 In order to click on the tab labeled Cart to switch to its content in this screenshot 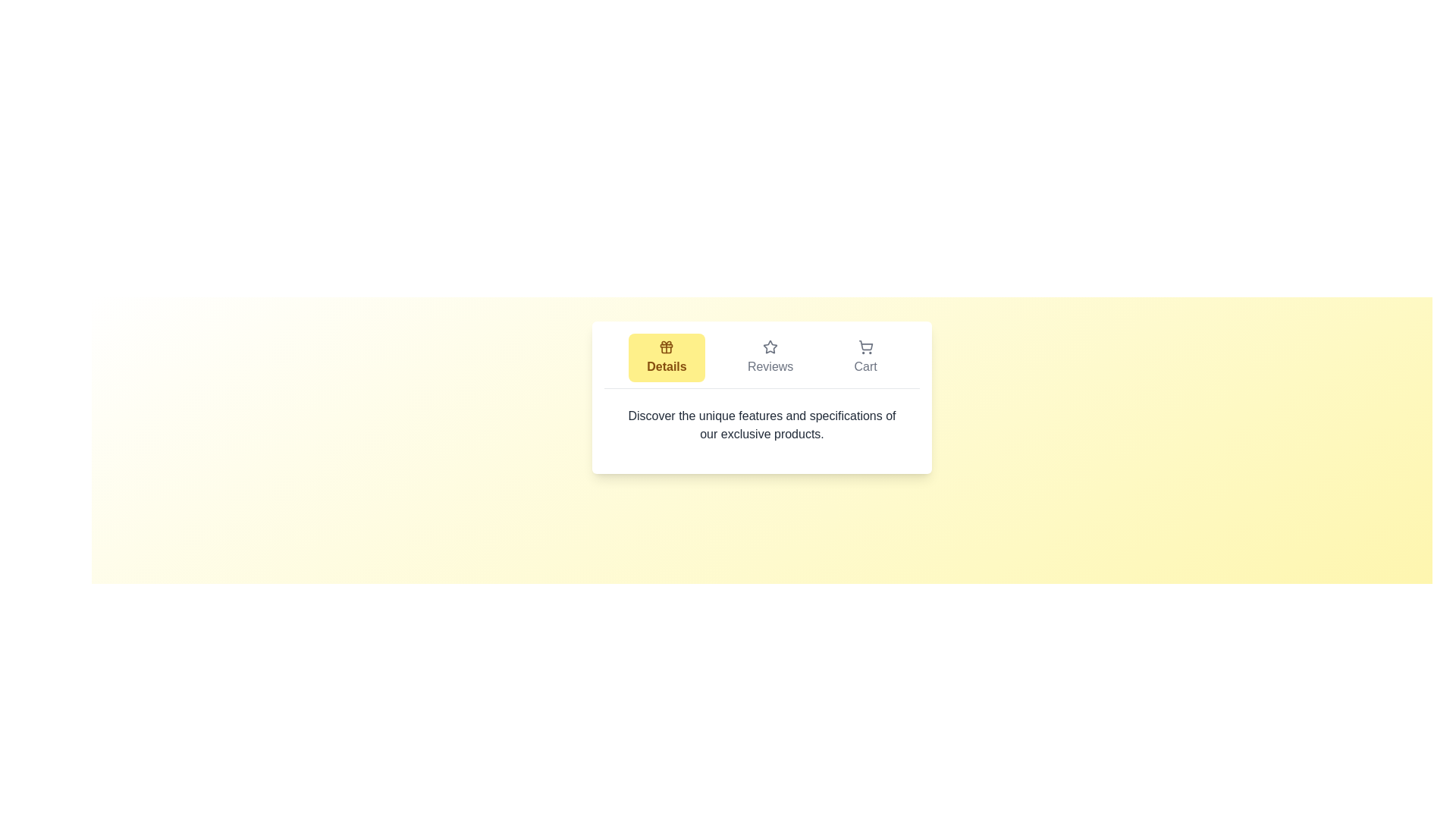, I will do `click(865, 357)`.